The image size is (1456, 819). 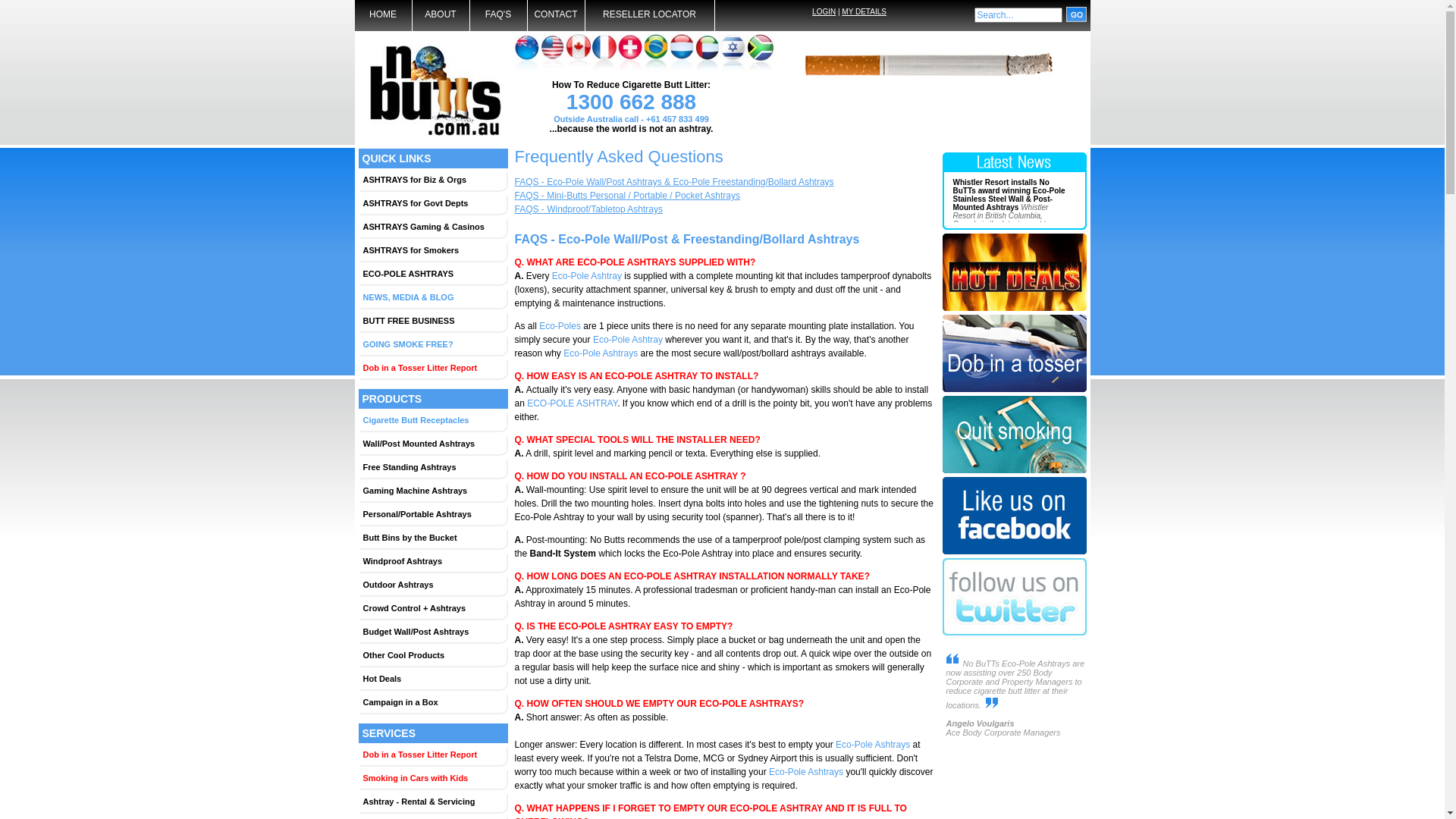 I want to click on 'ECO-POLE ASHTRAYS', so click(x=432, y=274).